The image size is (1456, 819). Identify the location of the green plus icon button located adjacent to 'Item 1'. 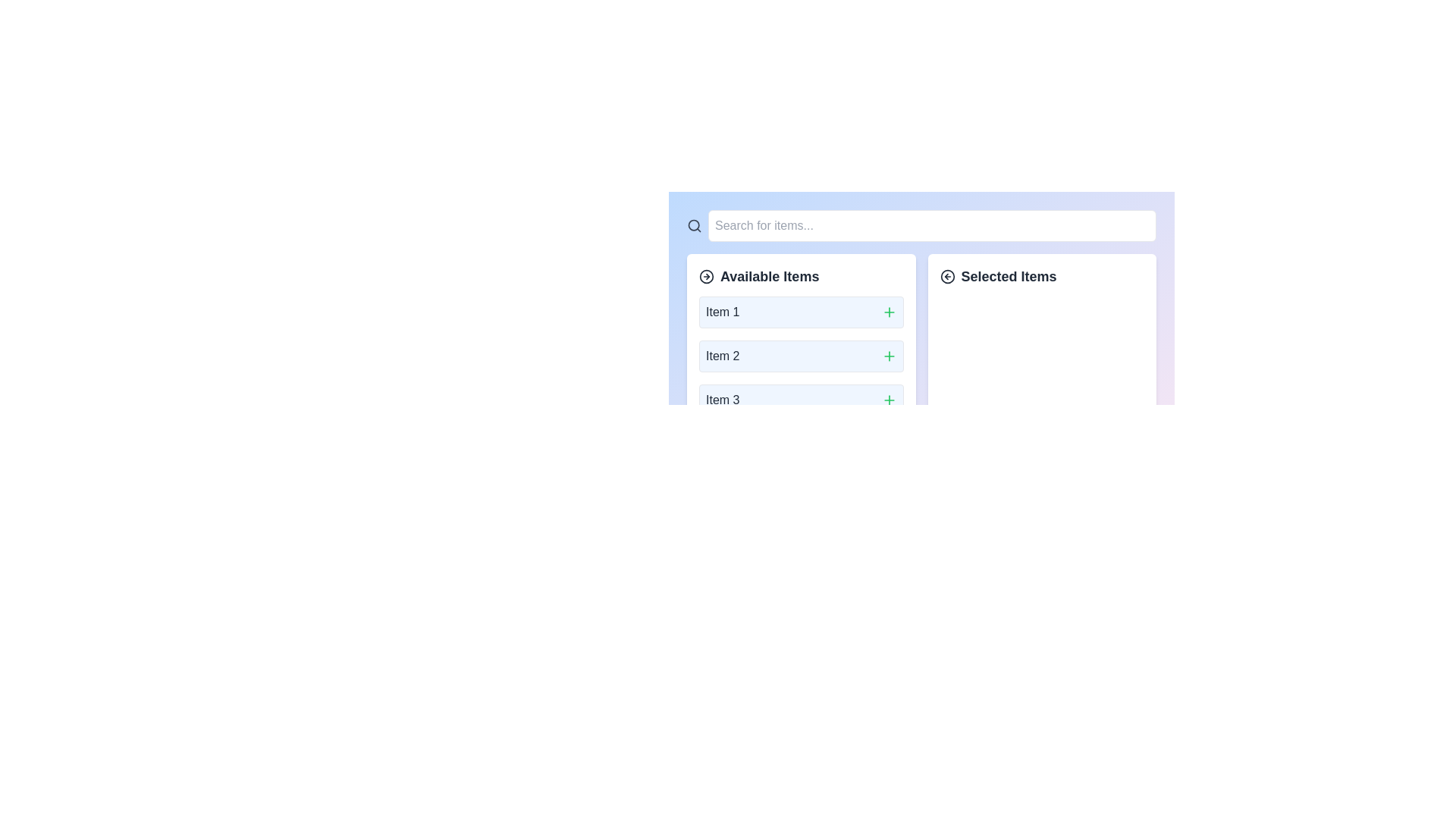
(889, 312).